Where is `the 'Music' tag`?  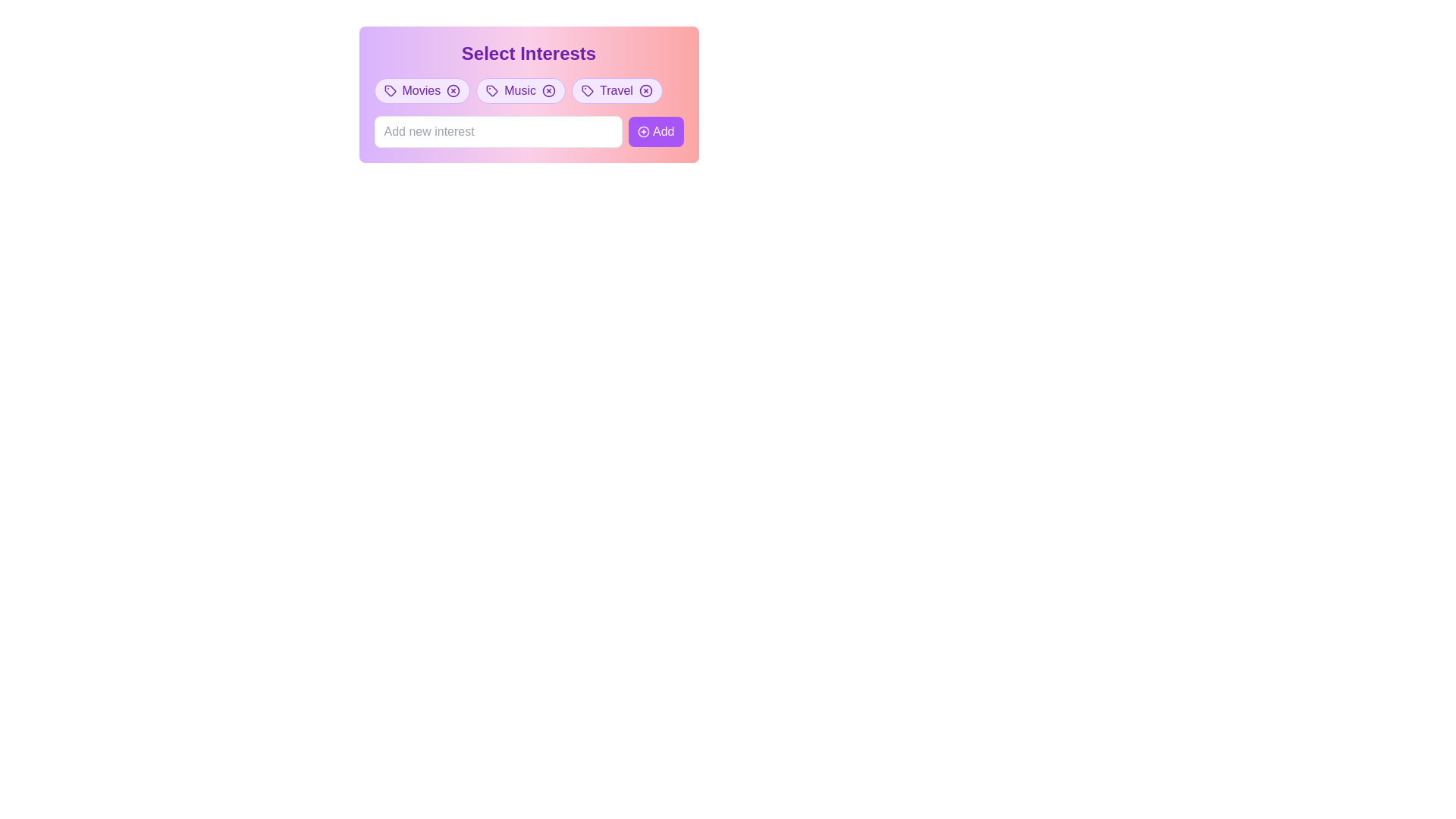 the 'Music' tag is located at coordinates (529, 94).